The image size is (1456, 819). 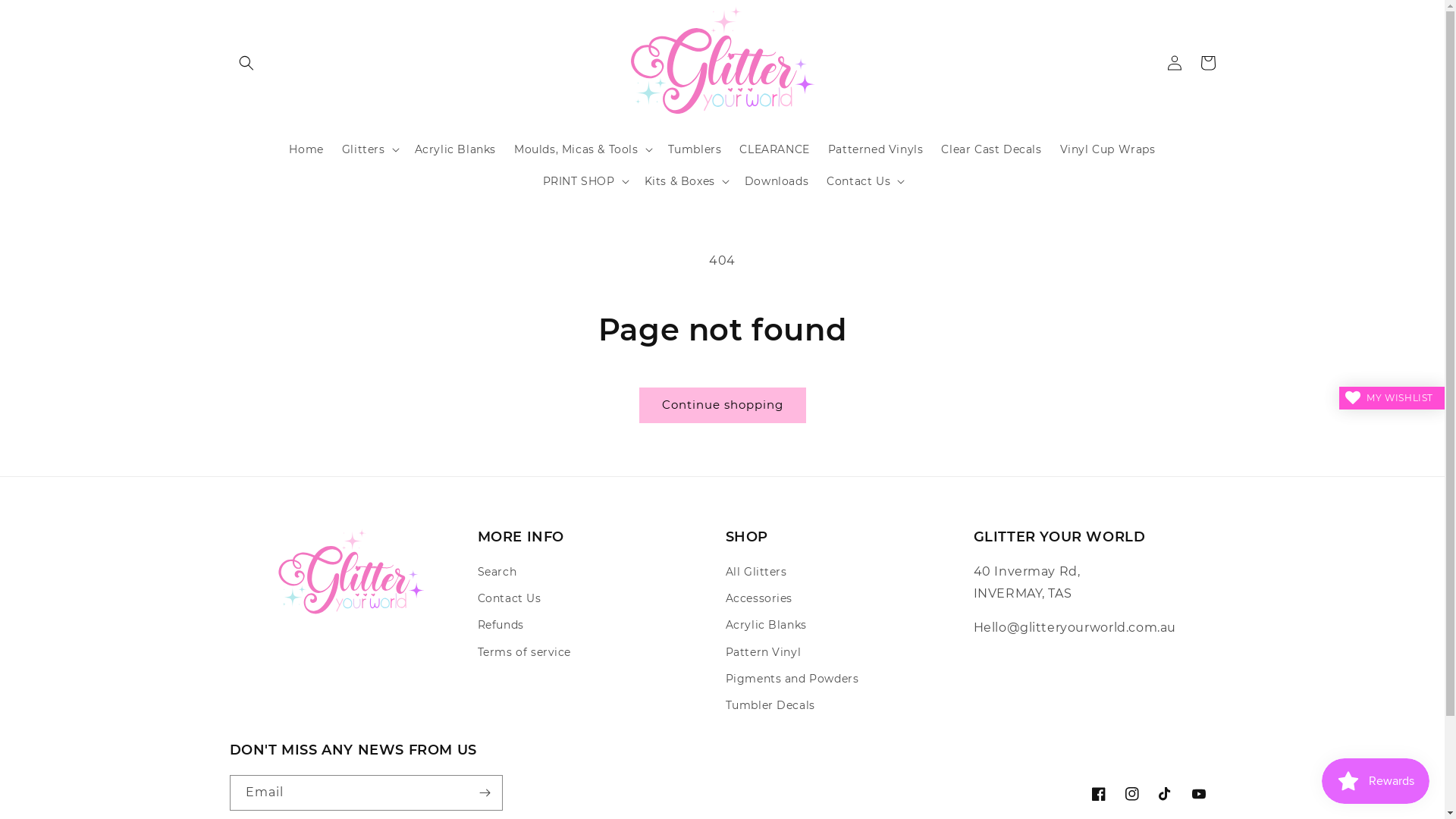 I want to click on 'TikTok', so click(x=1164, y=792).